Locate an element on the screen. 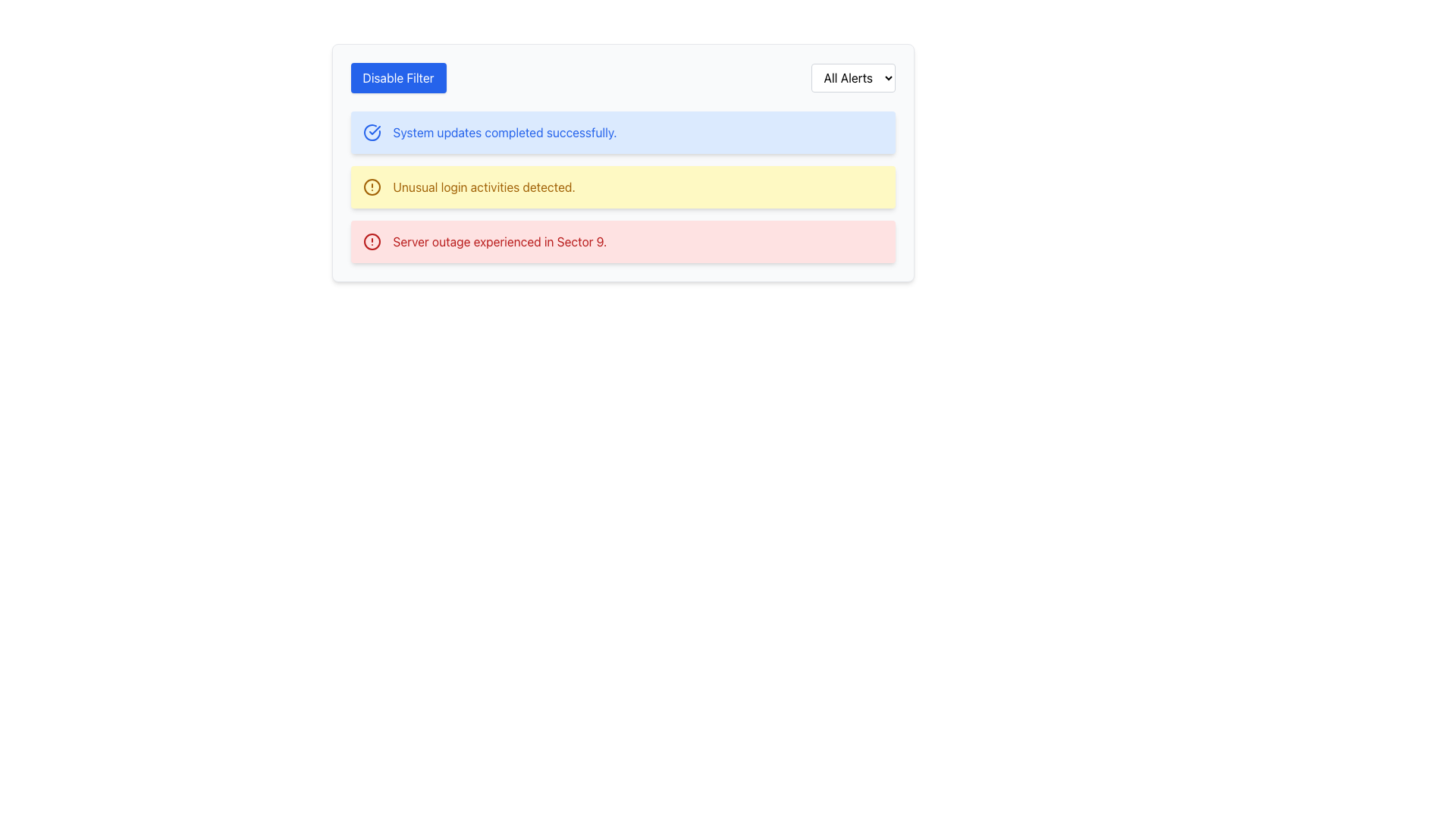 This screenshot has height=819, width=1456. the checkmark icon on the Notification bar with a blue background is located at coordinates (623, 131).